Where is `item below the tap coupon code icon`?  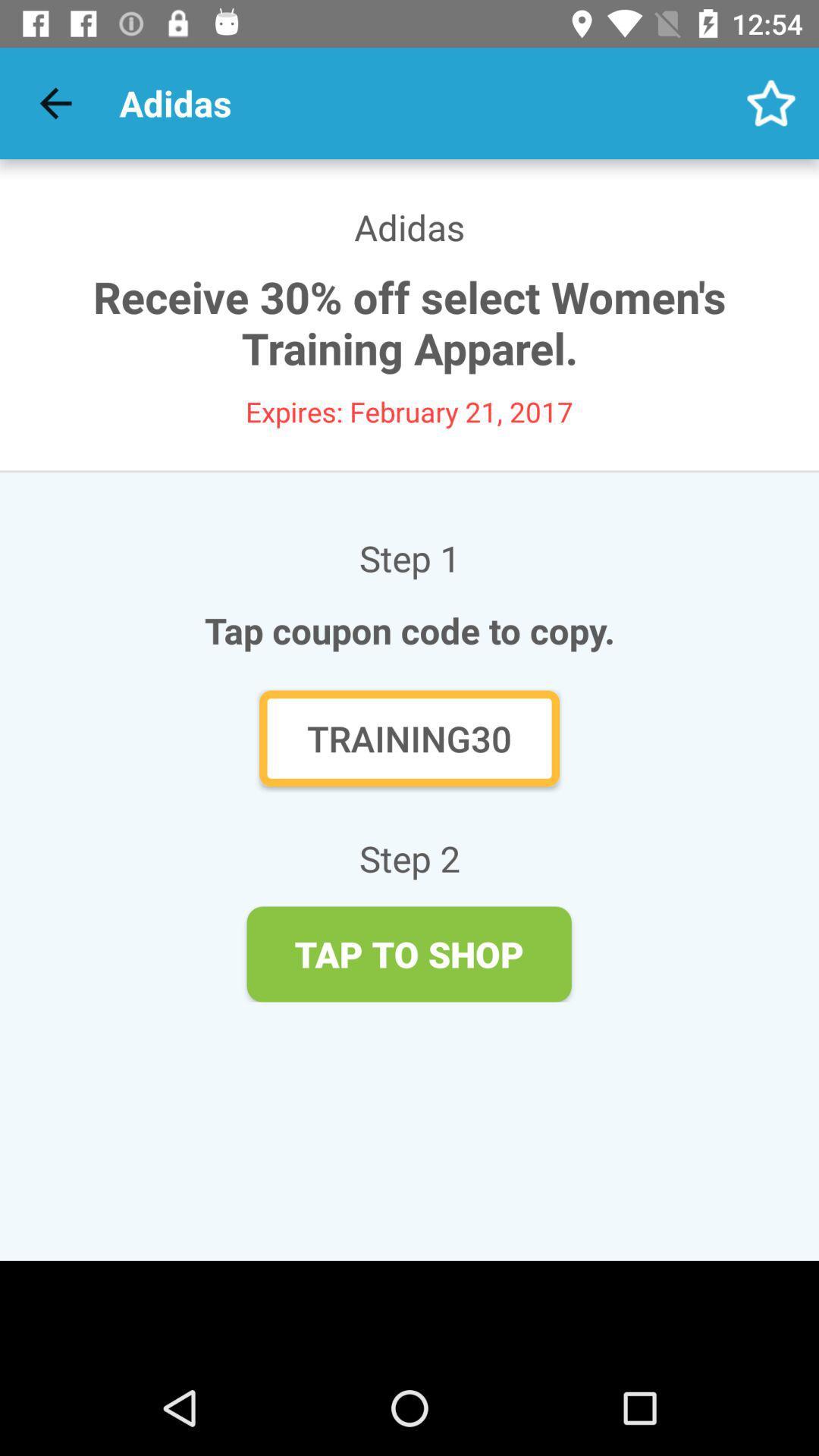
item below the tap coupon code icon is located at coordinates (409, 738).